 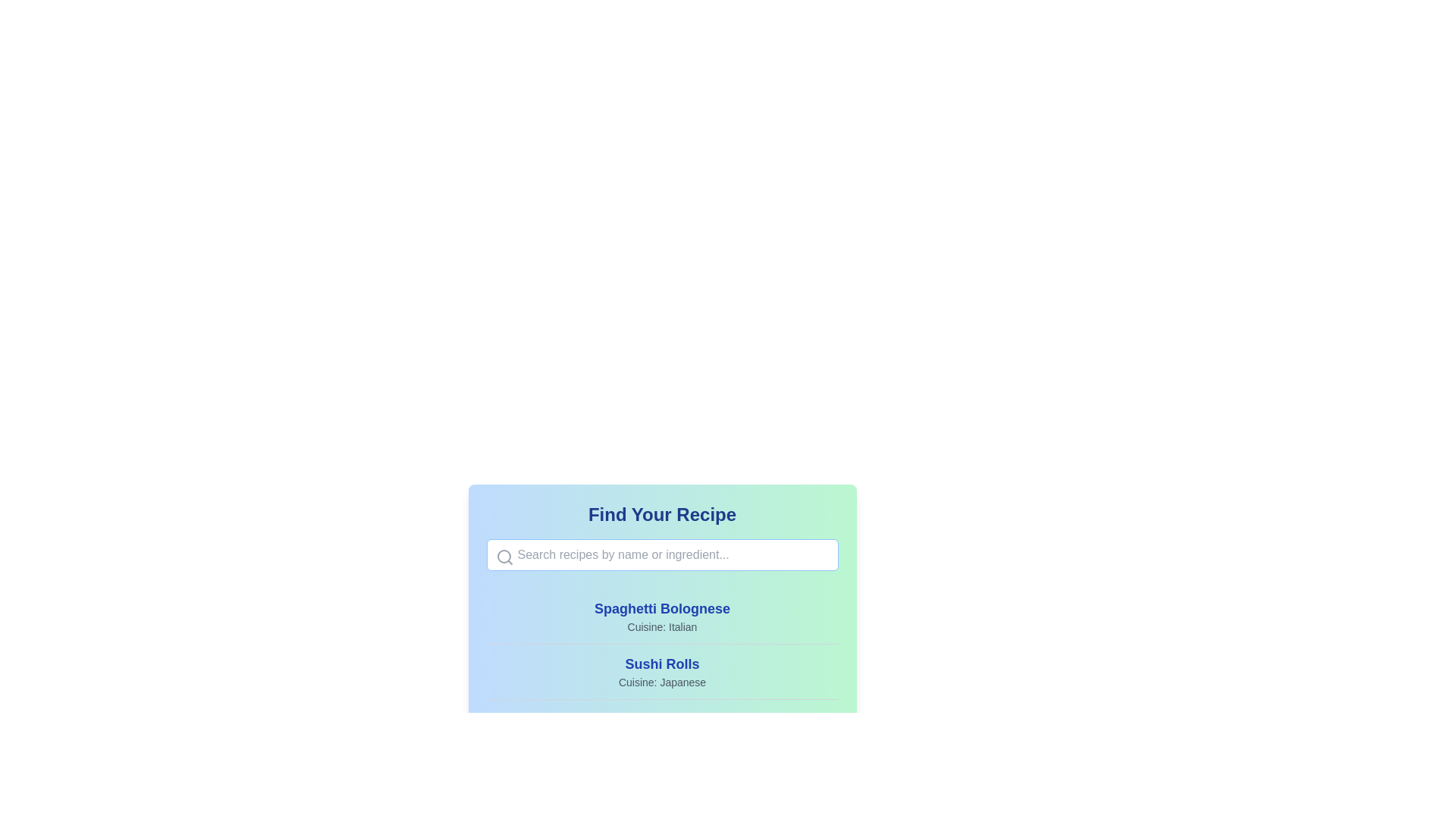 I want to click on the Search Icon located to the left of the text input field labeled 'Search recipes by name or ingredient...' under the 'Find Your Recipe' heading, so click(x=504, y=557).